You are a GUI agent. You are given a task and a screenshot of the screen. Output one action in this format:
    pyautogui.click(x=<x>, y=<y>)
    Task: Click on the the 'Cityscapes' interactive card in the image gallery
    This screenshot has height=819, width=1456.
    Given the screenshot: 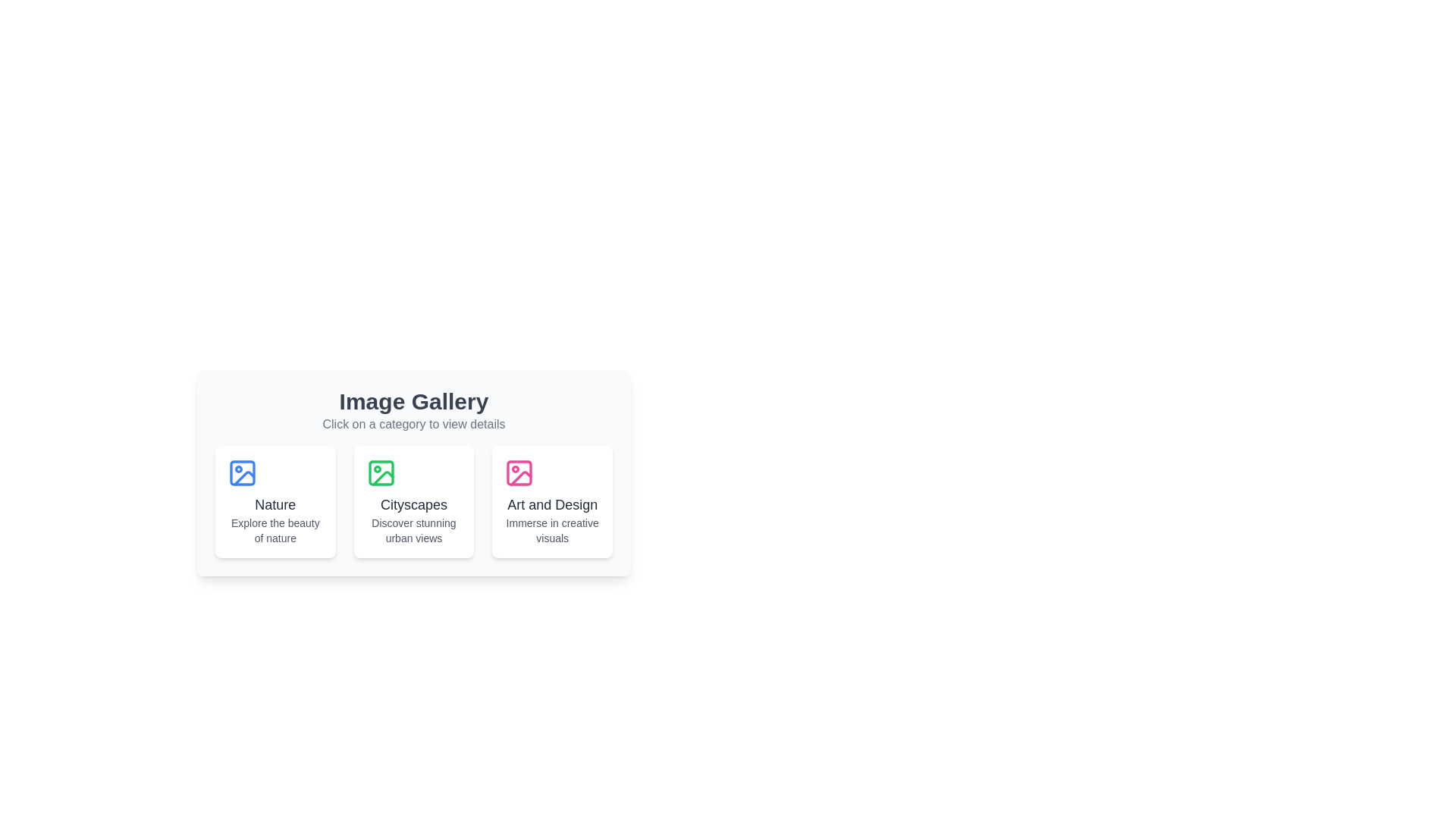 What is the action you would take?
    pyautogui.click(x=414, y=472)
    